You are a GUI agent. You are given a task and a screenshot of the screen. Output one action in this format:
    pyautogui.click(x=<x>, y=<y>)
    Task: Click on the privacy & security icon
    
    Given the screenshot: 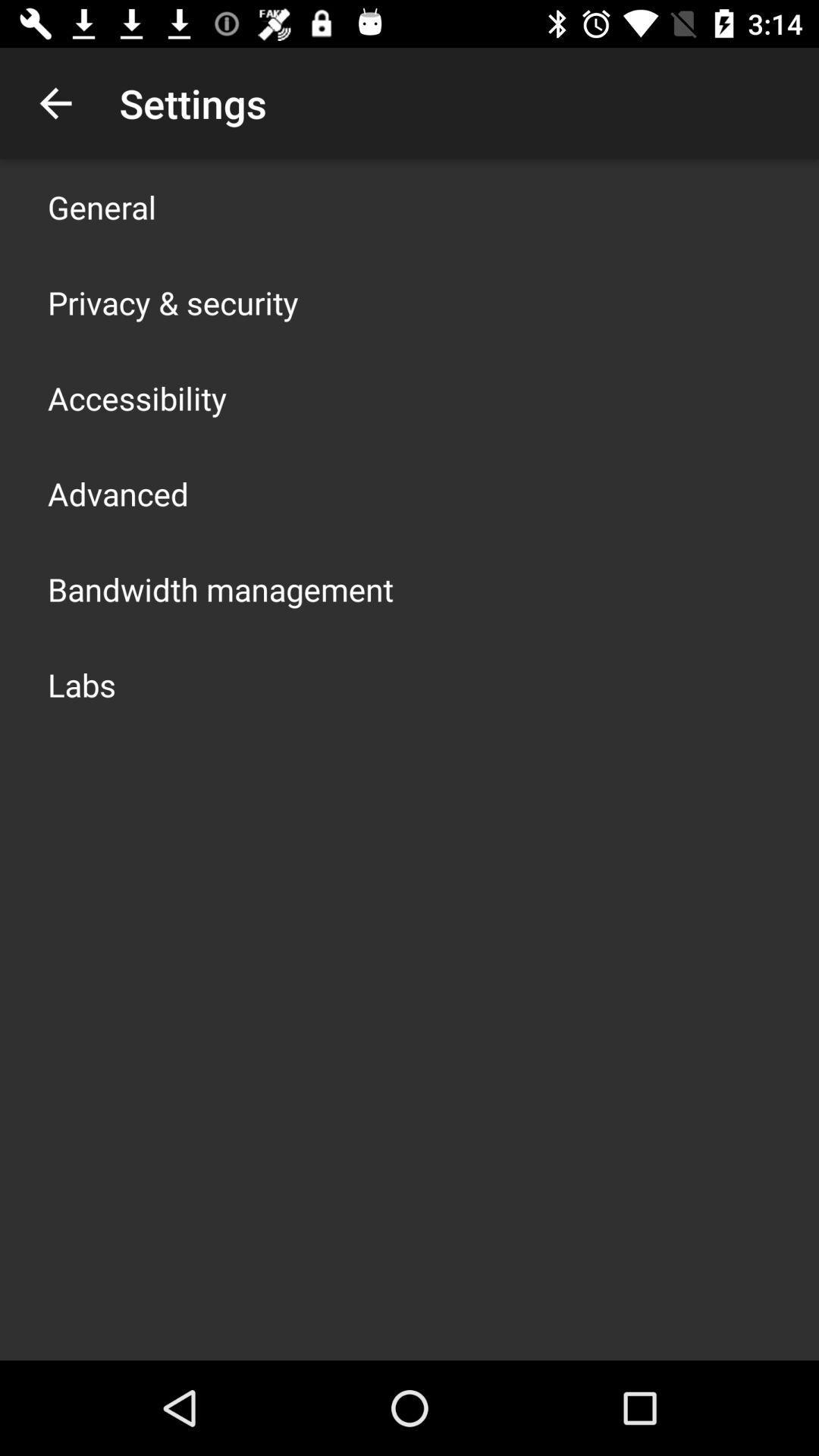 What is the action you would take?
    pyautogui.click(x=172, y=302)
    